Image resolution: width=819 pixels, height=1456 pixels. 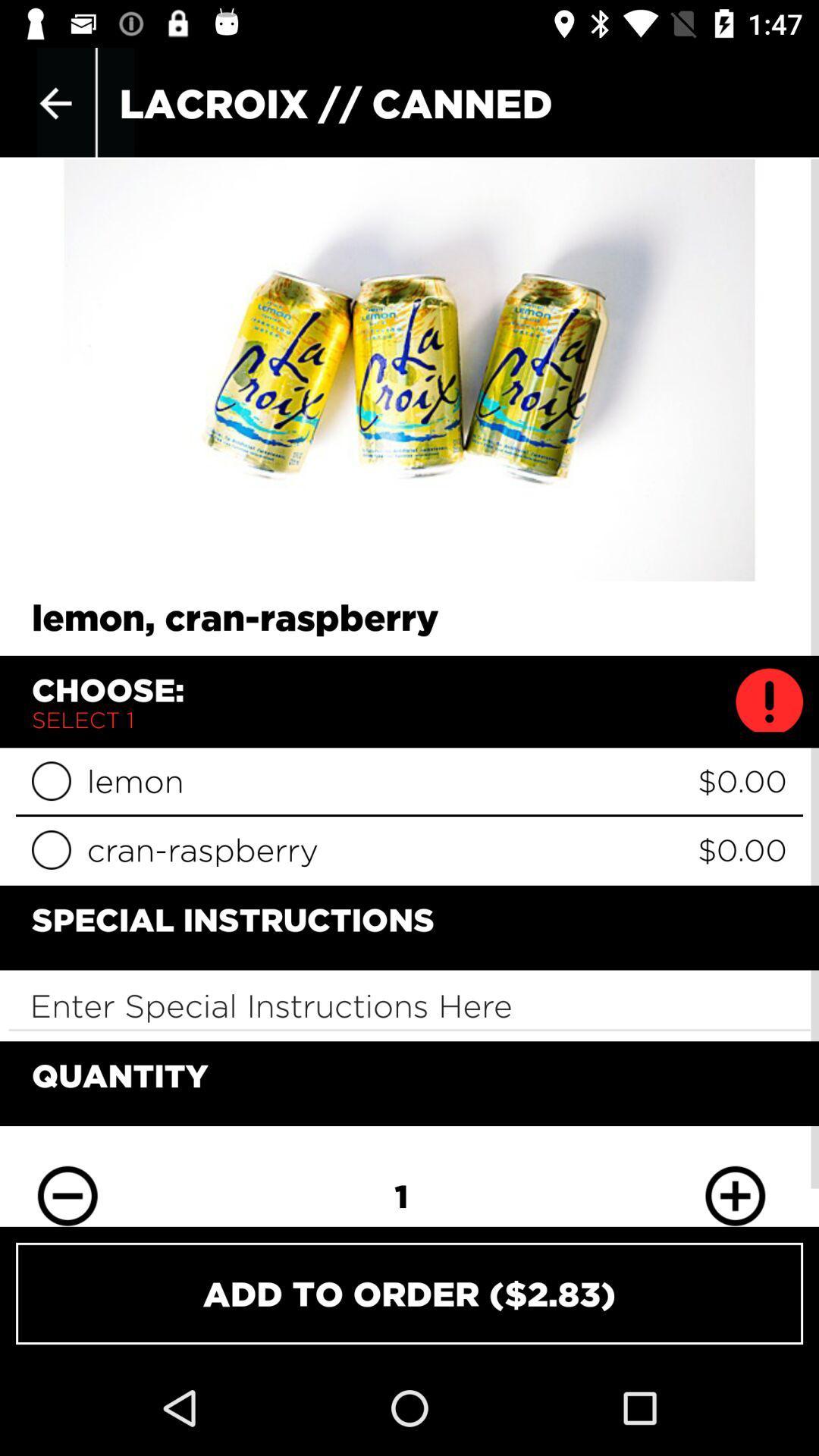 What do you see at coordinates (50, 849) in the screenshot?
I see `trigger selection` at bounding box center [50, 849].